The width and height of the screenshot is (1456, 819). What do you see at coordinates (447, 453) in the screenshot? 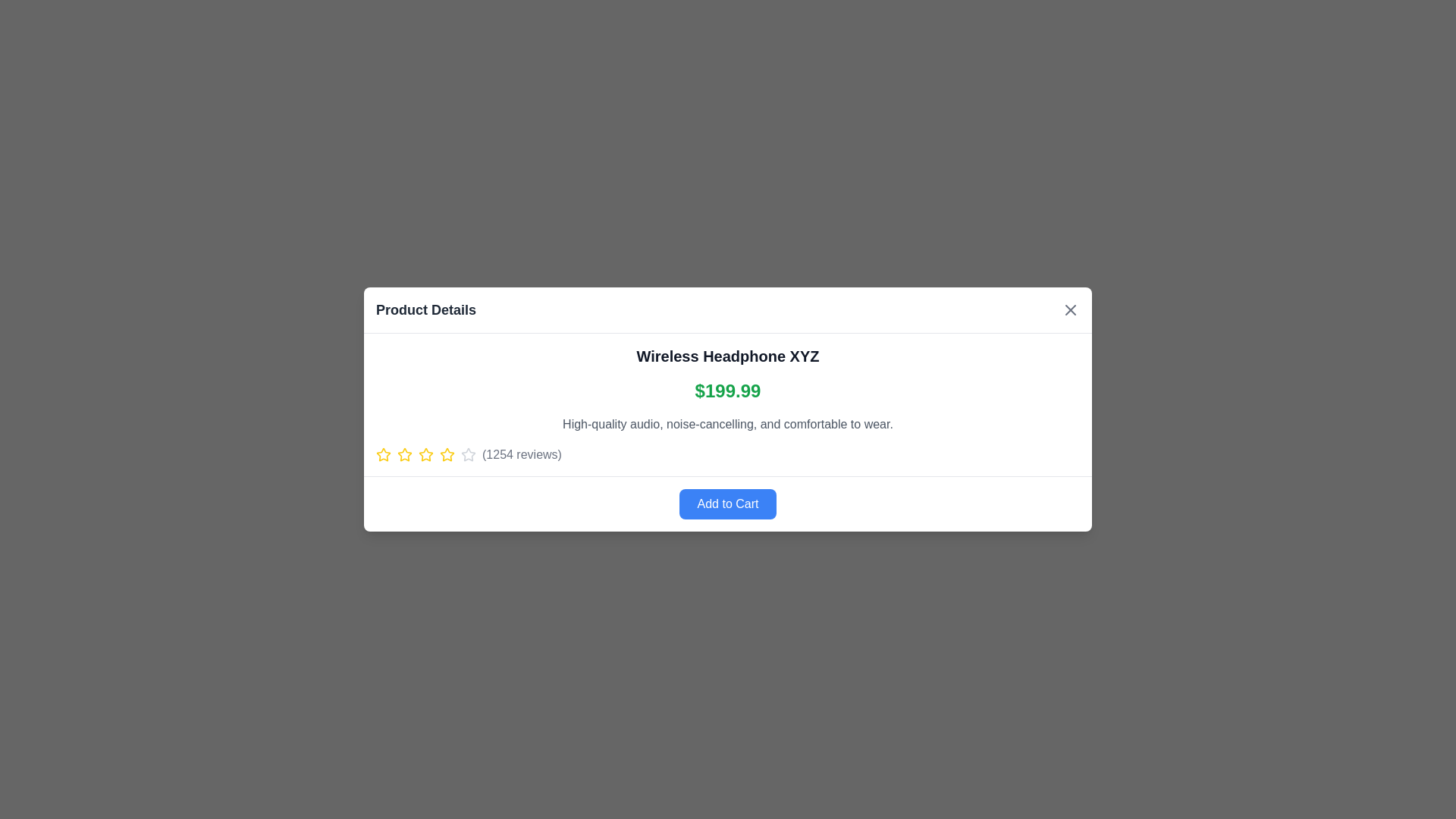
I see `the third star icon in the rating stars group beneath the 'Wireless Headphone XYZ' headline` at bounding box center [447, 453].